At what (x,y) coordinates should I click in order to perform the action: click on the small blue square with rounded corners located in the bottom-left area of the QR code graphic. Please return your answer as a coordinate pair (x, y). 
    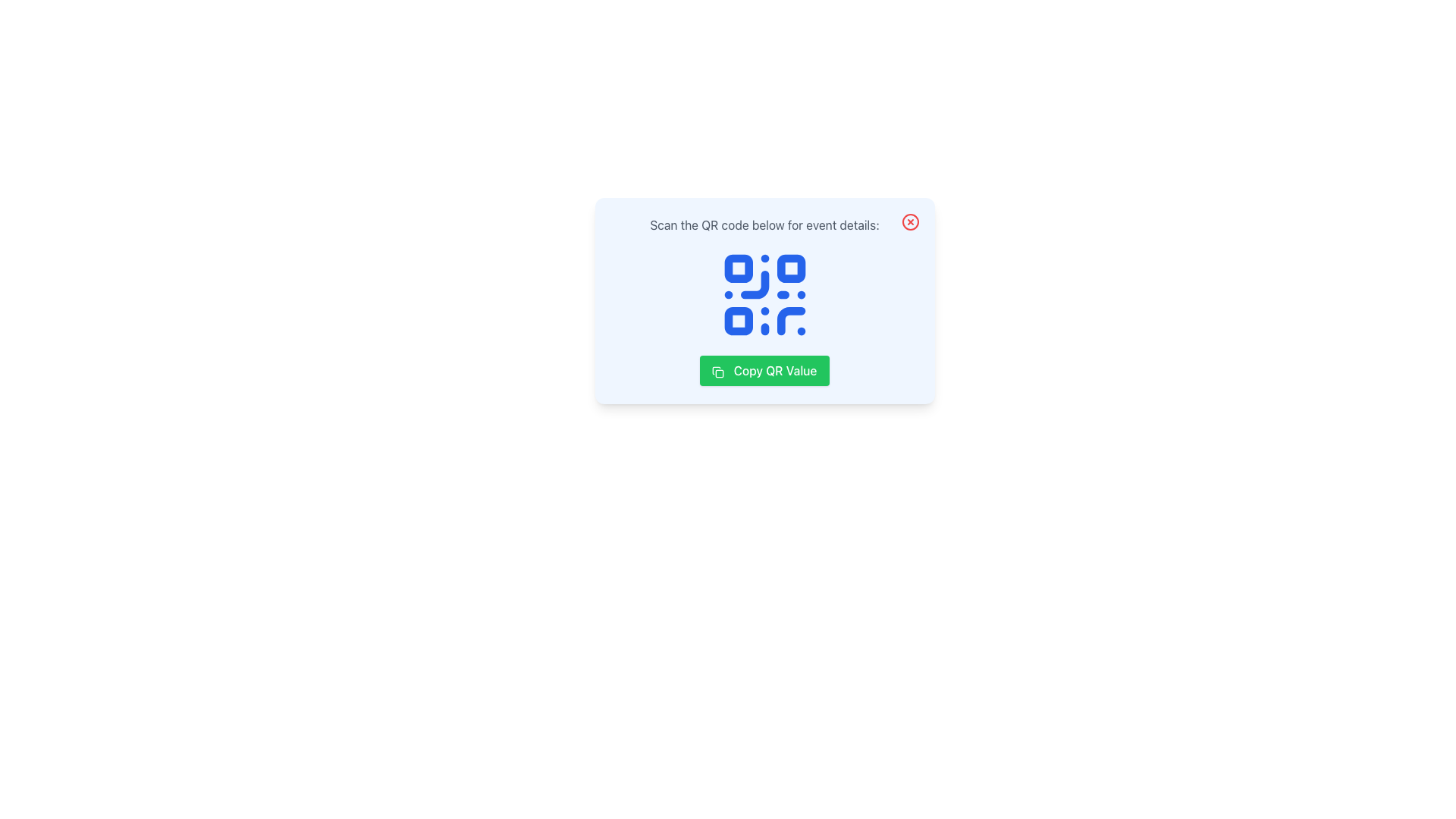
    Looking at the image, I should click on (738, 320).